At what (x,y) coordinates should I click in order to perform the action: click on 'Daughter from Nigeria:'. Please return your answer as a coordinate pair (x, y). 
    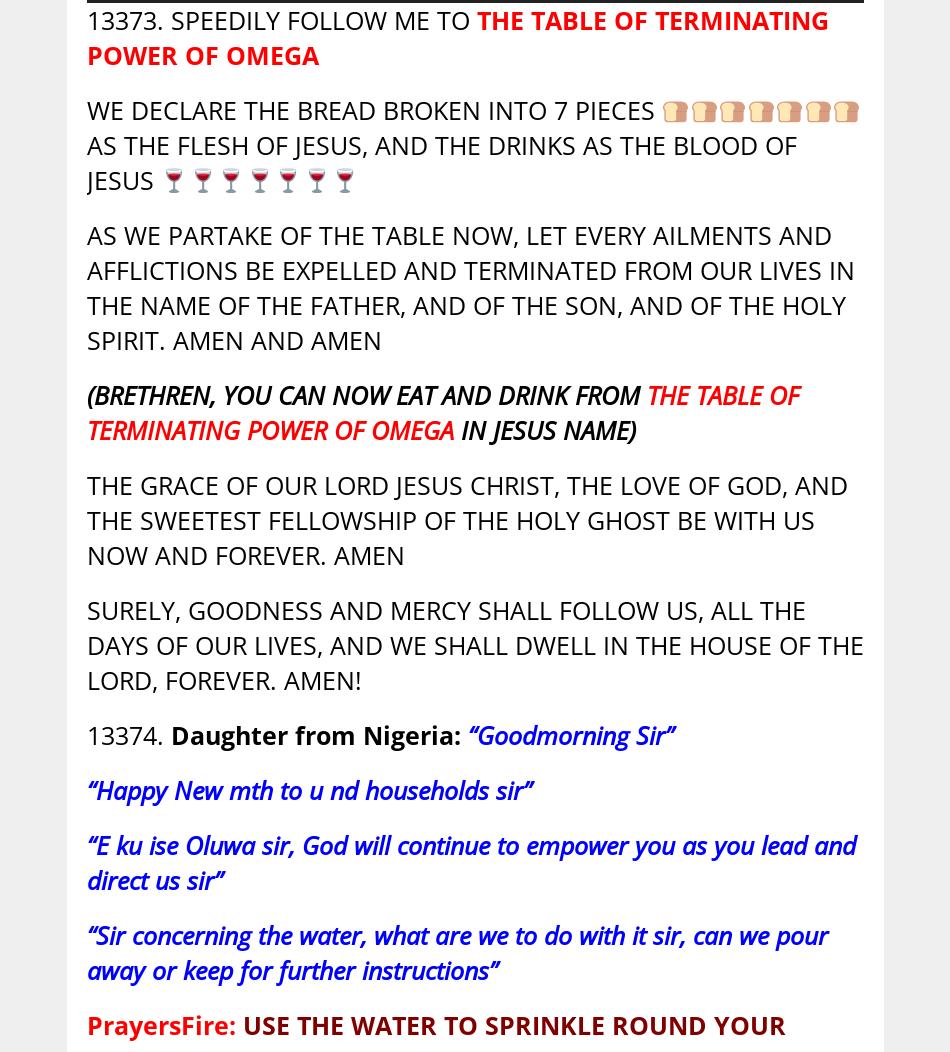
    Looking at the image, I should click on (169, 735).